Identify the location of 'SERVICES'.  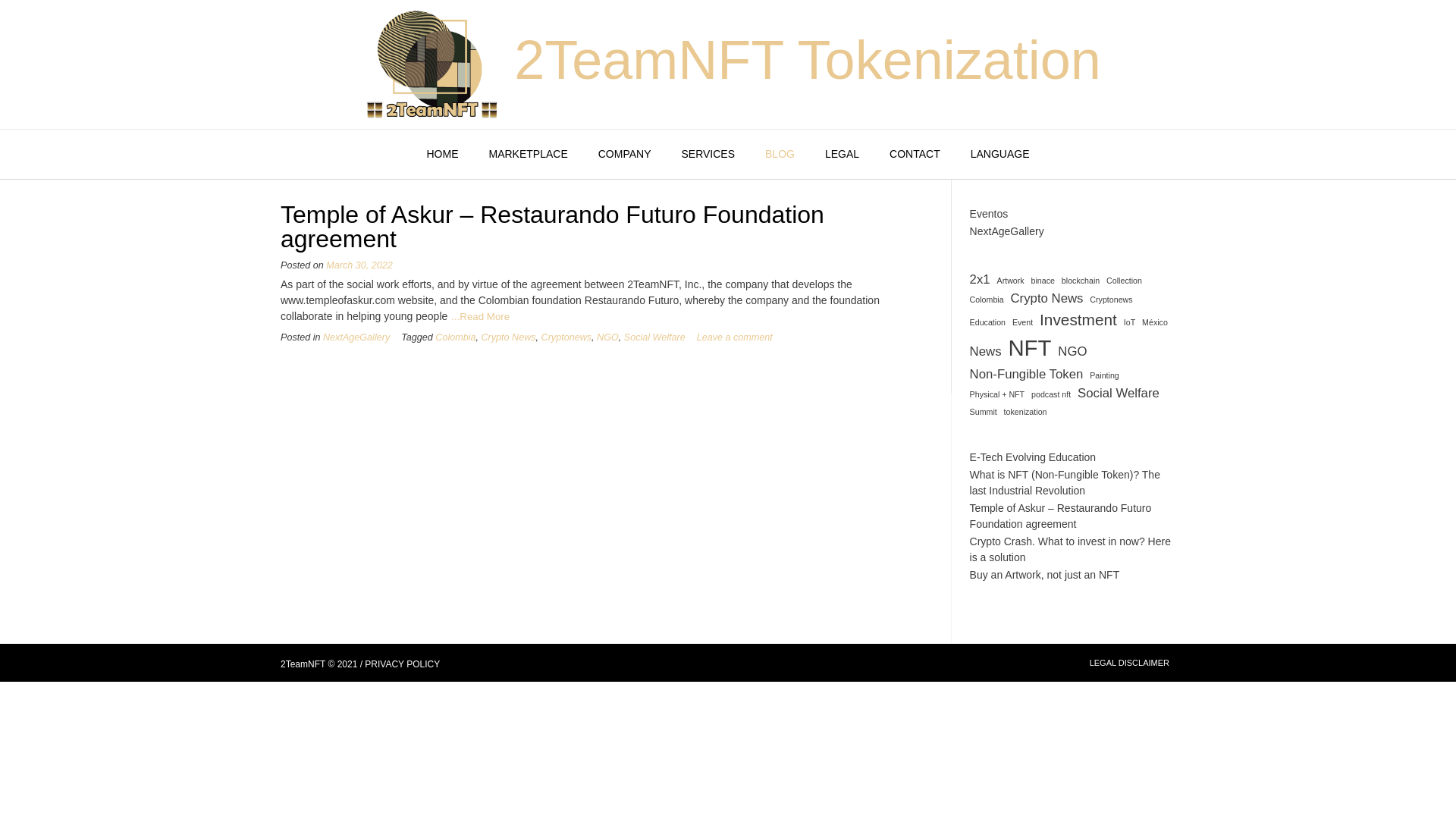
(707, 155).